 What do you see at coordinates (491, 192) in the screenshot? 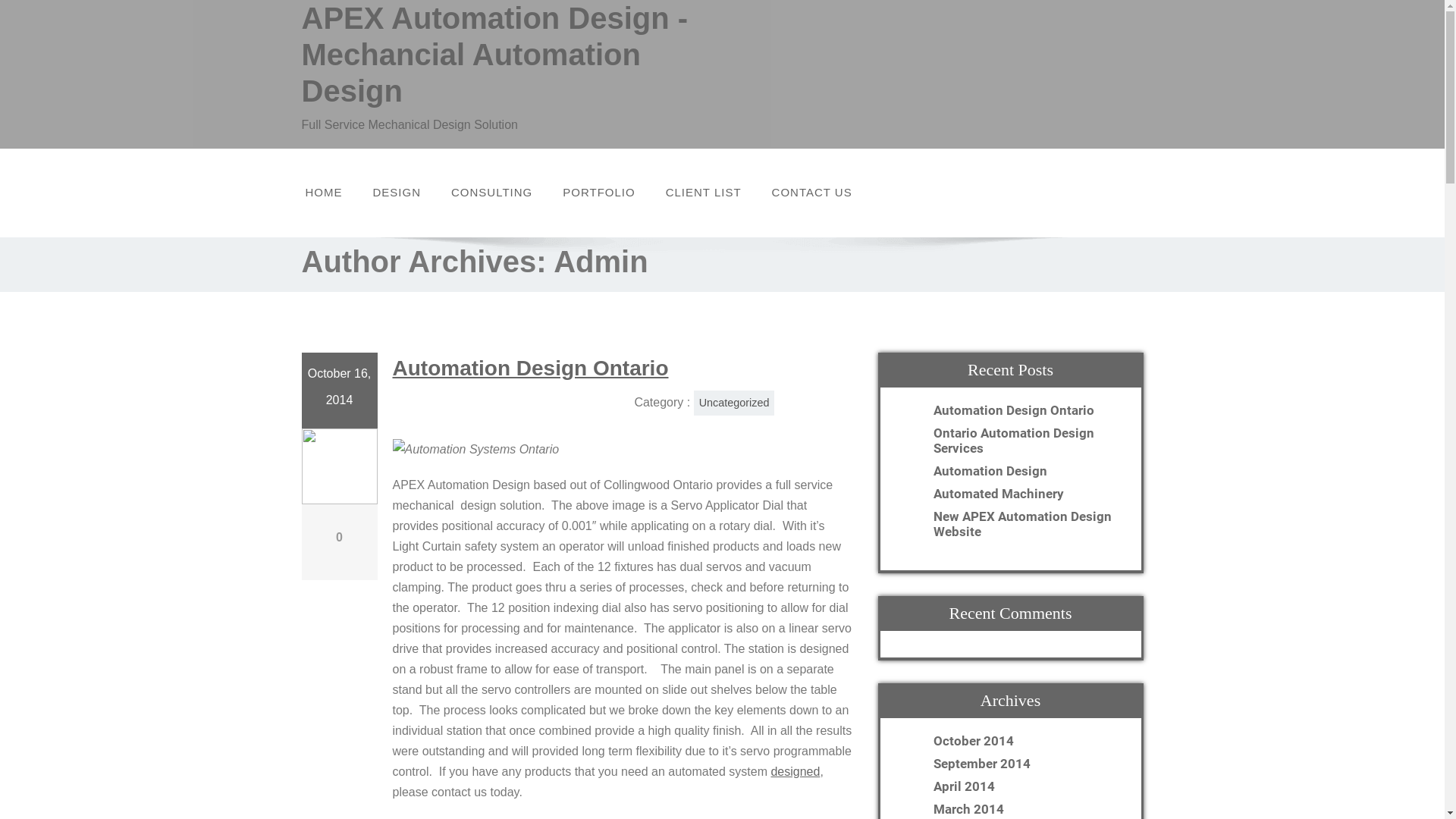
I see `'CONSULTING'` at bounding box center [491, 192].